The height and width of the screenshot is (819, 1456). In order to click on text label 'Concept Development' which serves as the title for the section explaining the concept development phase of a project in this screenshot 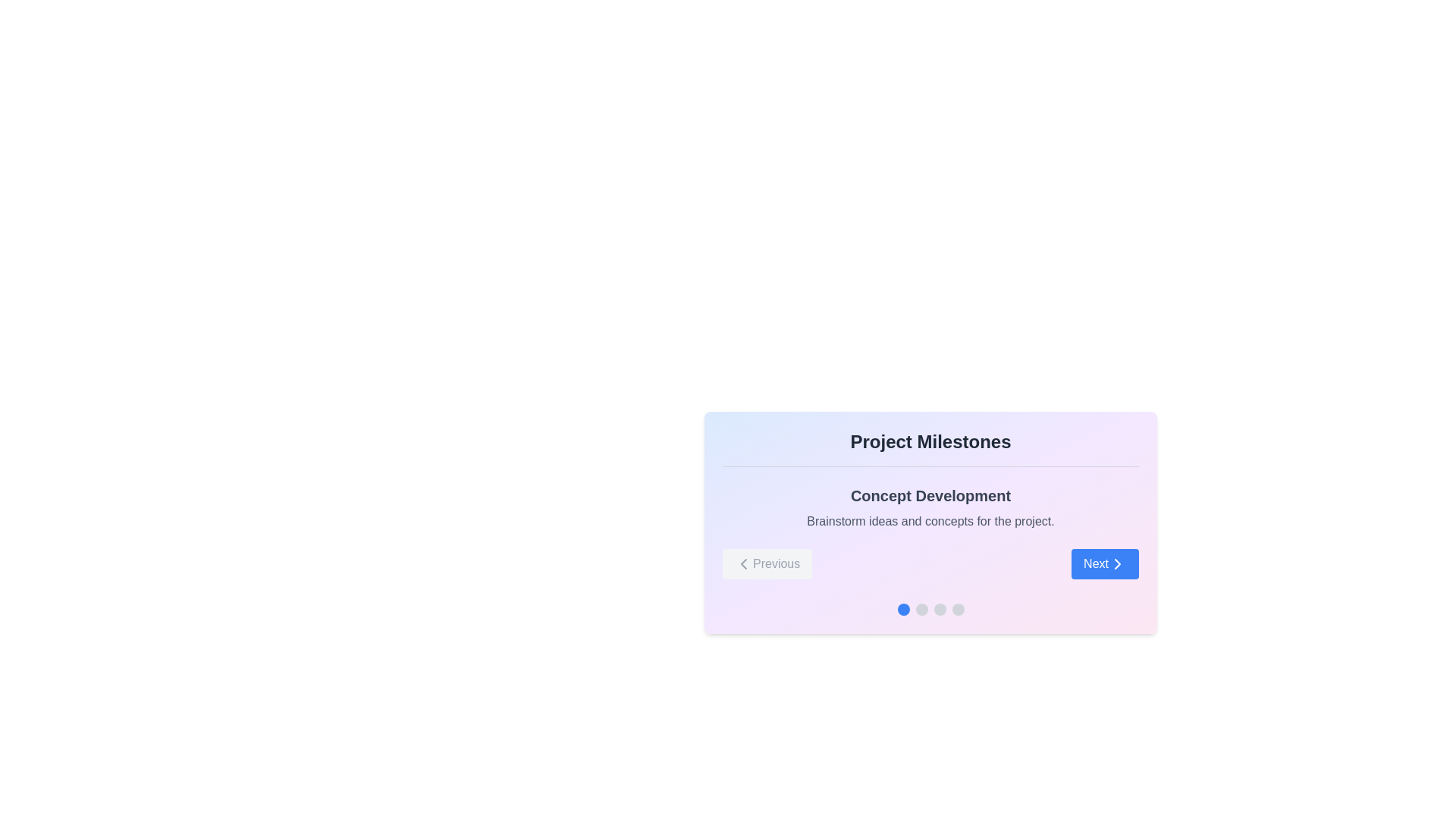, I will do `click(930, 496)`.